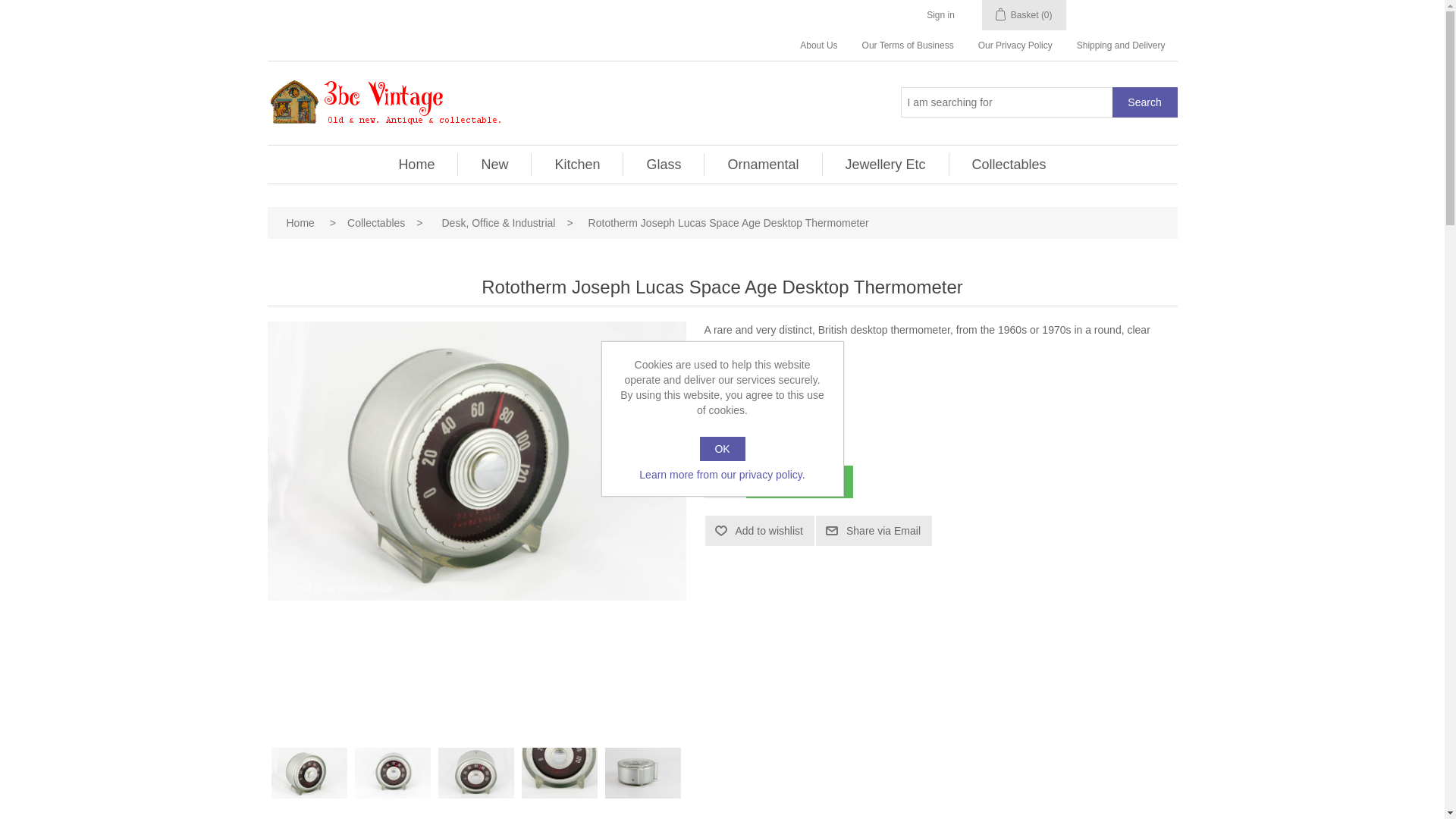 The width and height of the screenshot is (1456, 819). What do you see at coordinates (720, 447) in the screenshot?
I see `'OK'` at bounding box center [720, 447].